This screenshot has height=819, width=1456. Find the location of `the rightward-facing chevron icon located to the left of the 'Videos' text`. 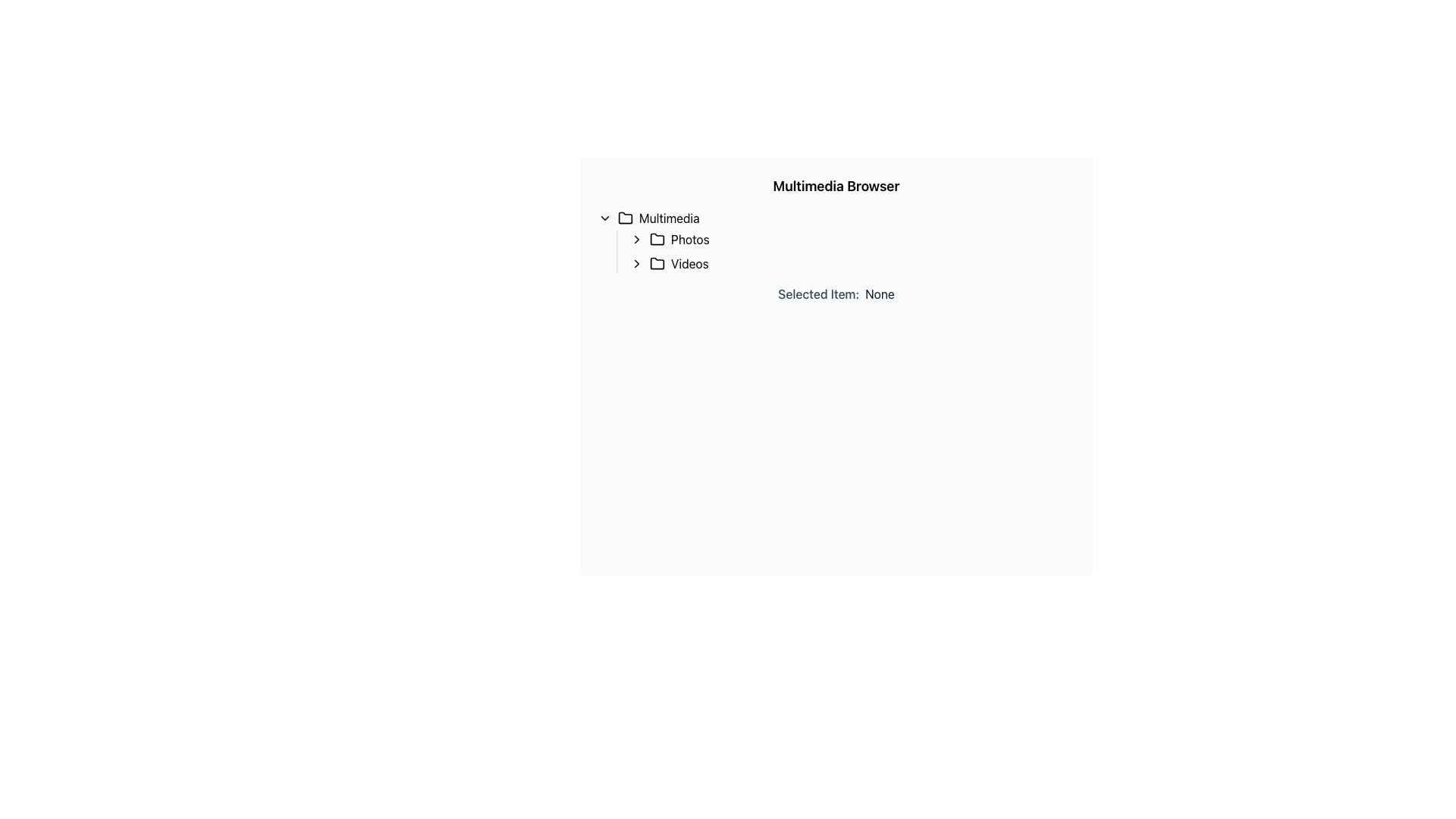

the rightward-facing chevron icon located to the left of the 'Videos' text is located at coordinates (637, 262).